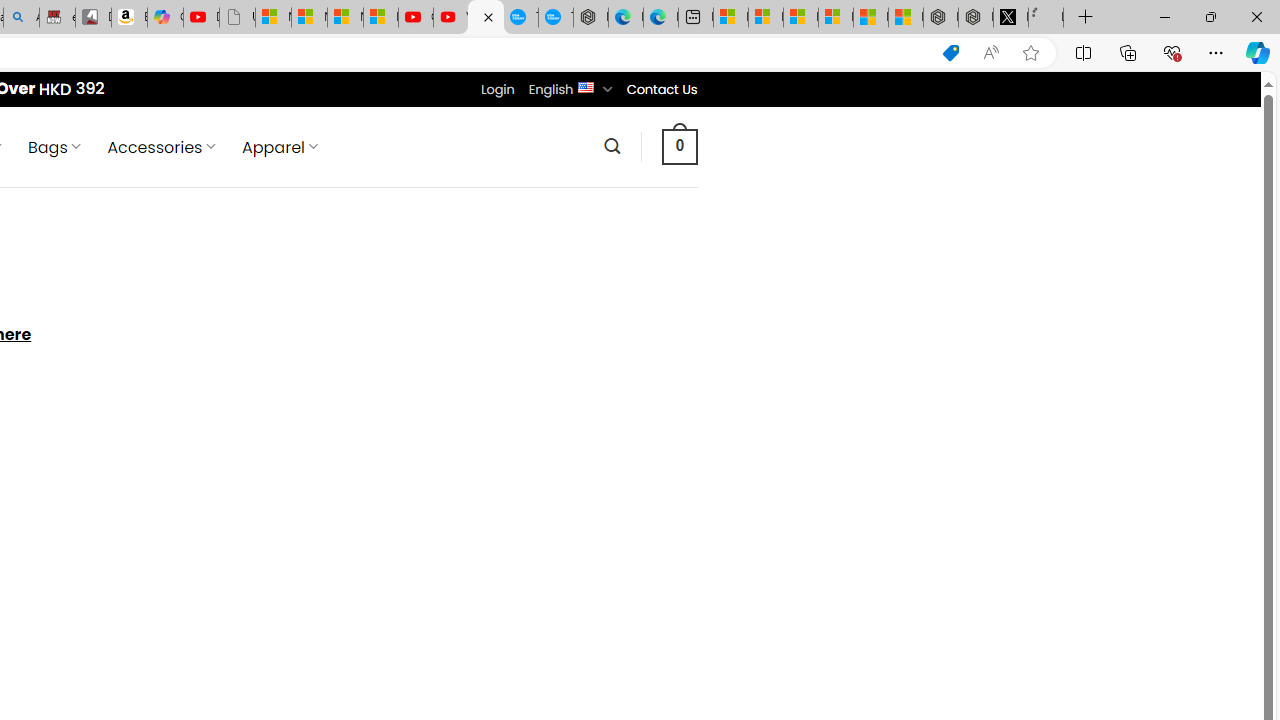 Image resolution: width=1280 pixels, height=720 pixels. I want to click on 'Copilot', so click(165, 17).